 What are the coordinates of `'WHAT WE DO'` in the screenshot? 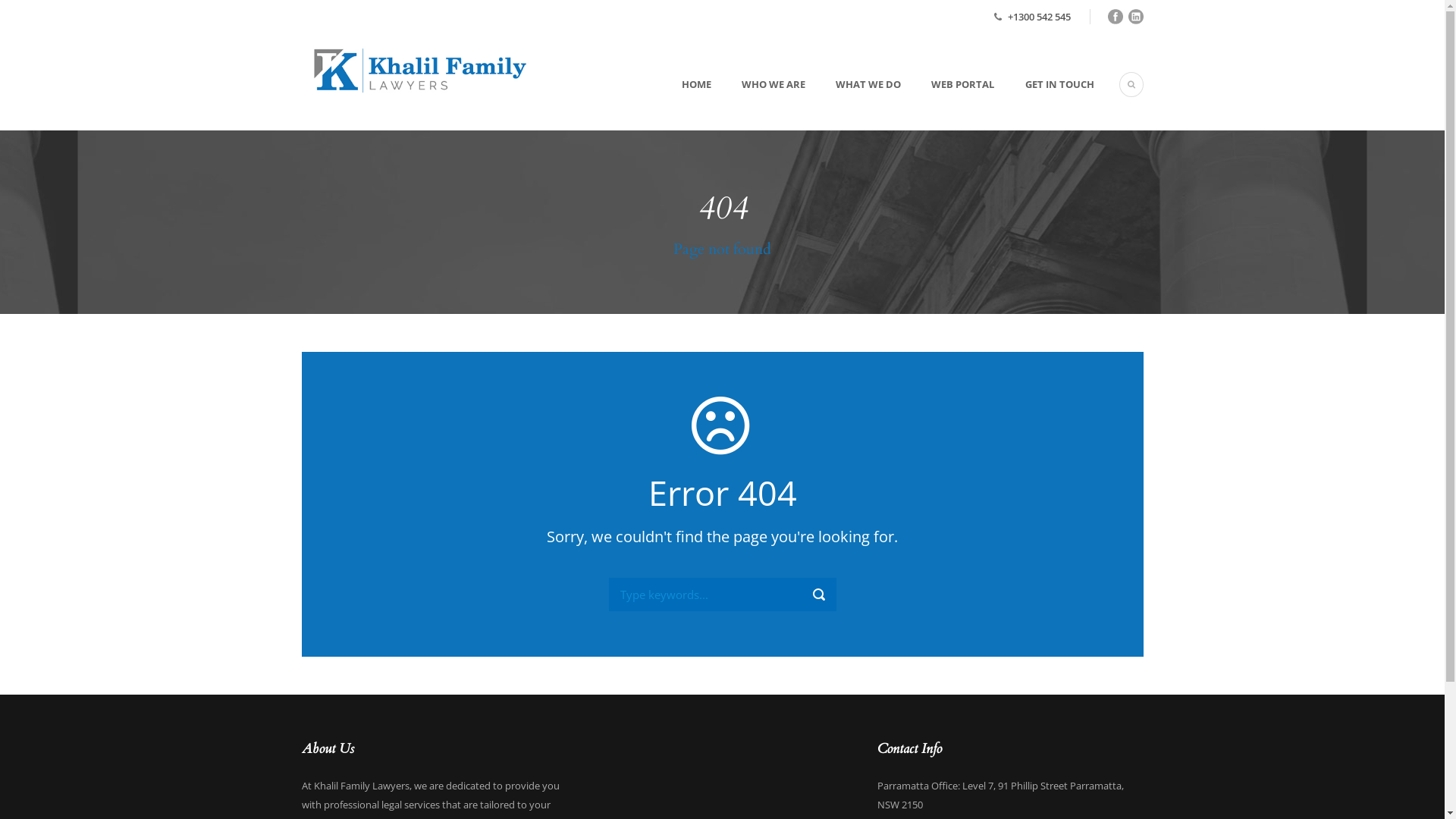 It's located at (852, 102).